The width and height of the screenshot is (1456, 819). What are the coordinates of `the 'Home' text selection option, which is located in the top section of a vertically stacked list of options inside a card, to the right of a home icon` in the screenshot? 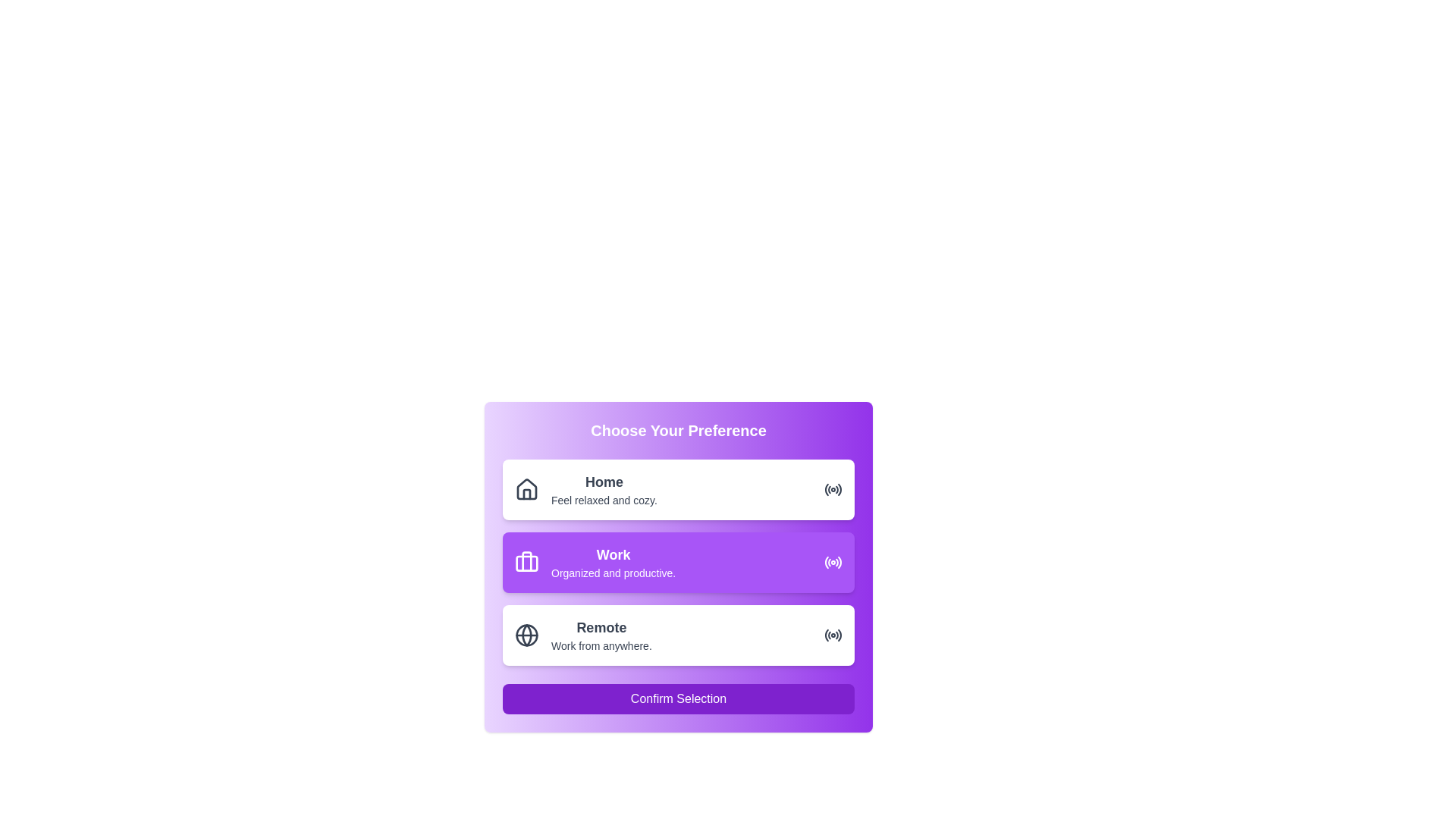 It's located at (603, 489).